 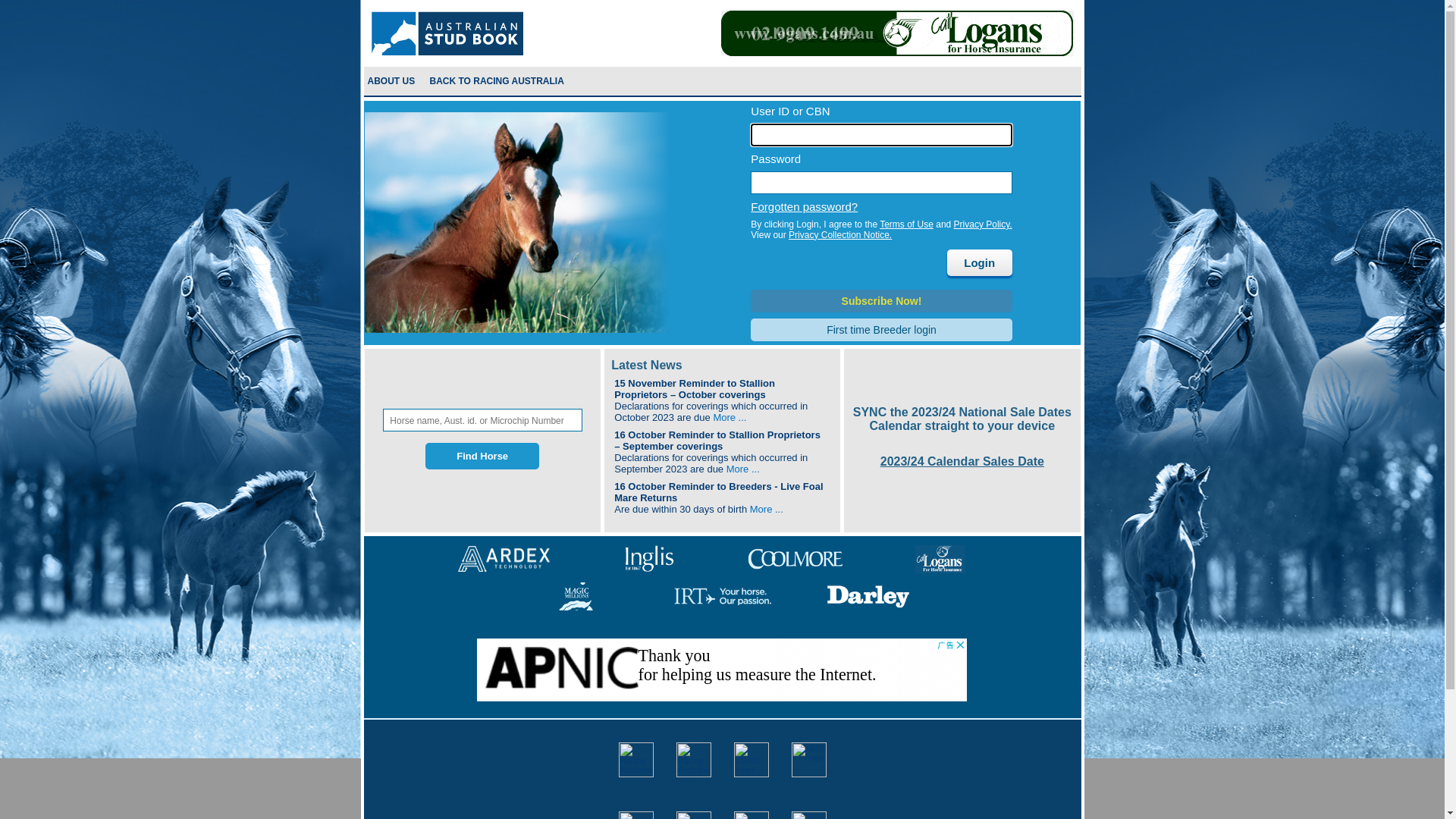 What do you see at coordinates (721, 595) in the screenshot?
I see `'IRT'` at bounding box center [721, 595].